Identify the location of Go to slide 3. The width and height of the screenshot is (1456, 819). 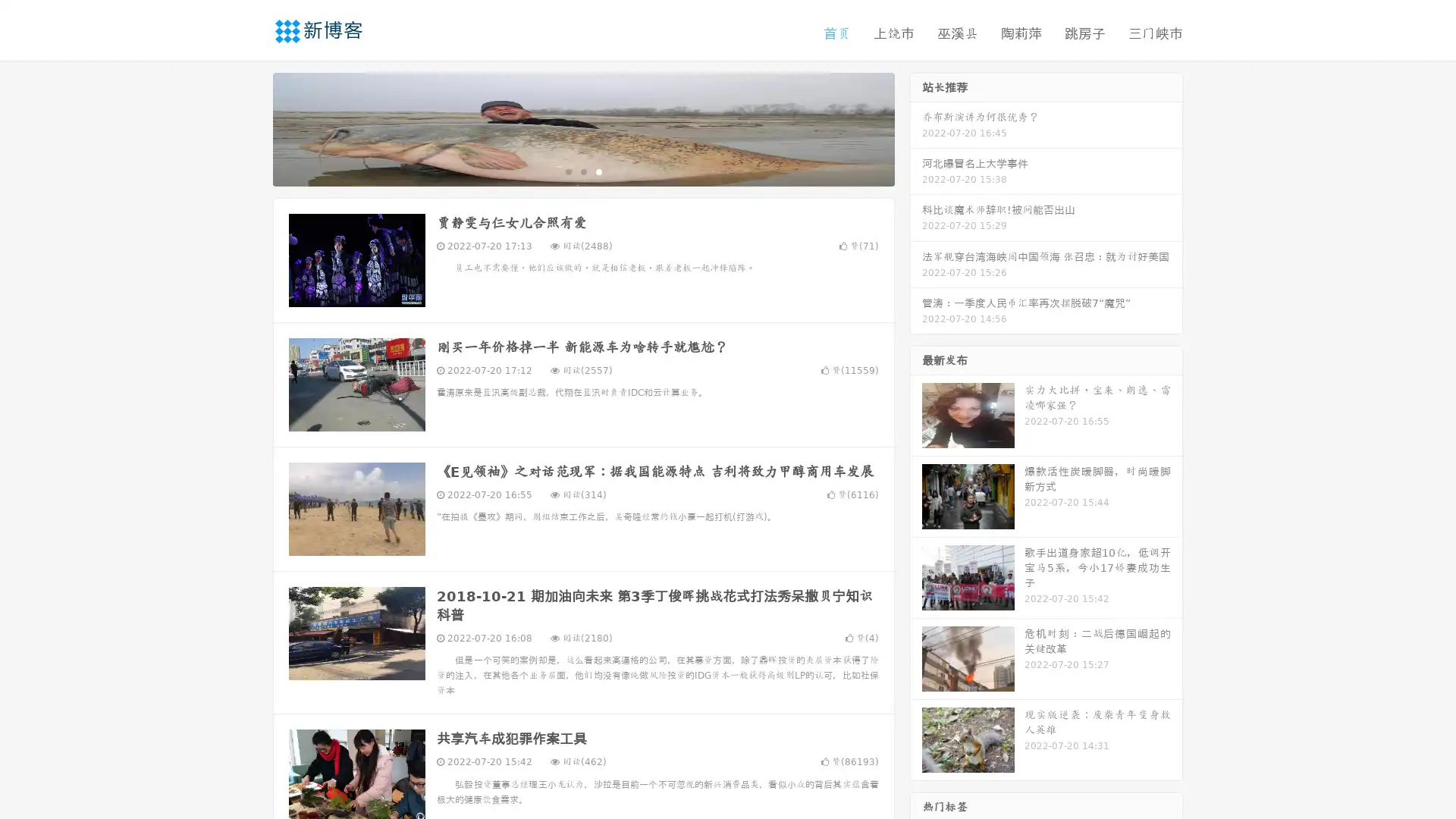
(598, 171).